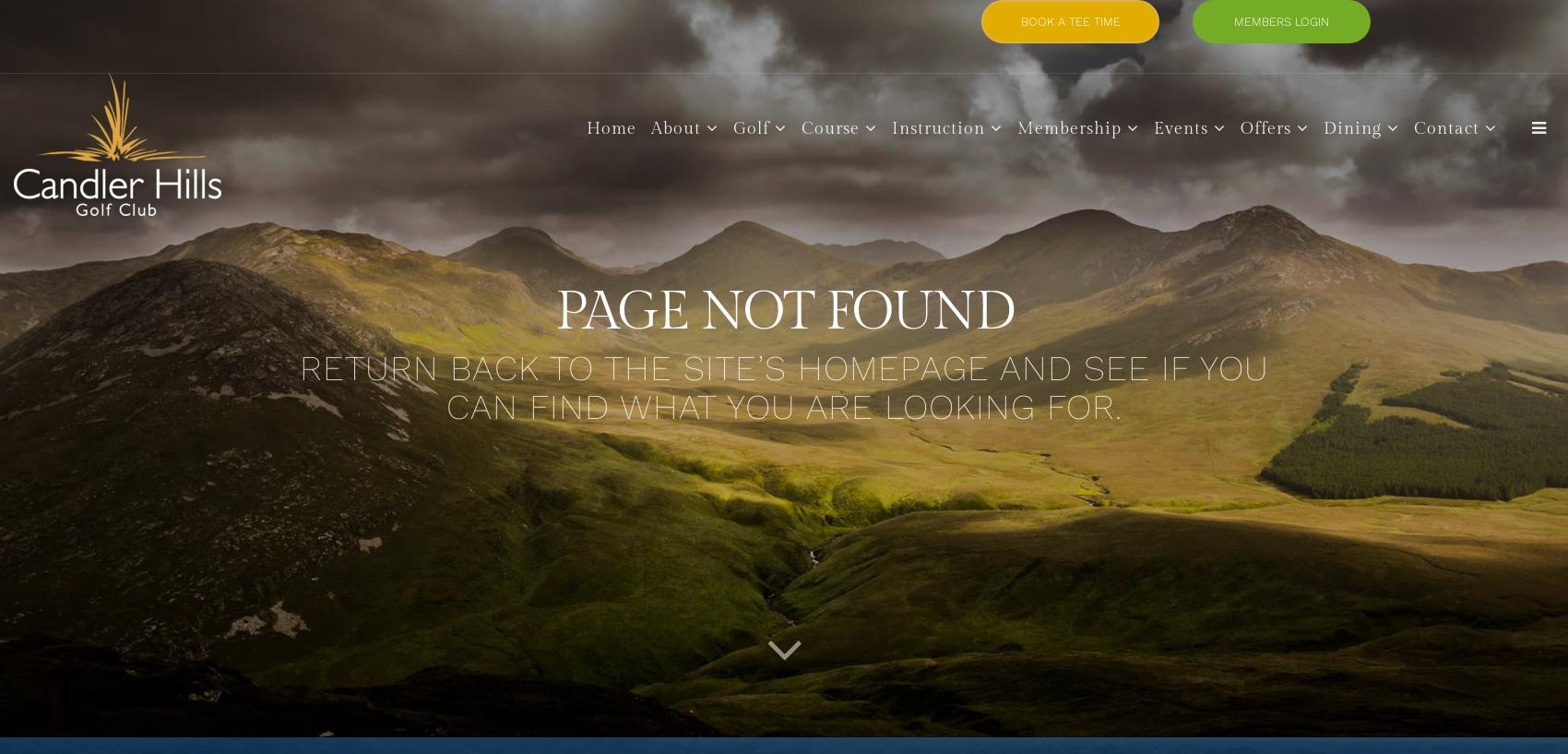  I want to click on 'Events', so click(1152, 127).